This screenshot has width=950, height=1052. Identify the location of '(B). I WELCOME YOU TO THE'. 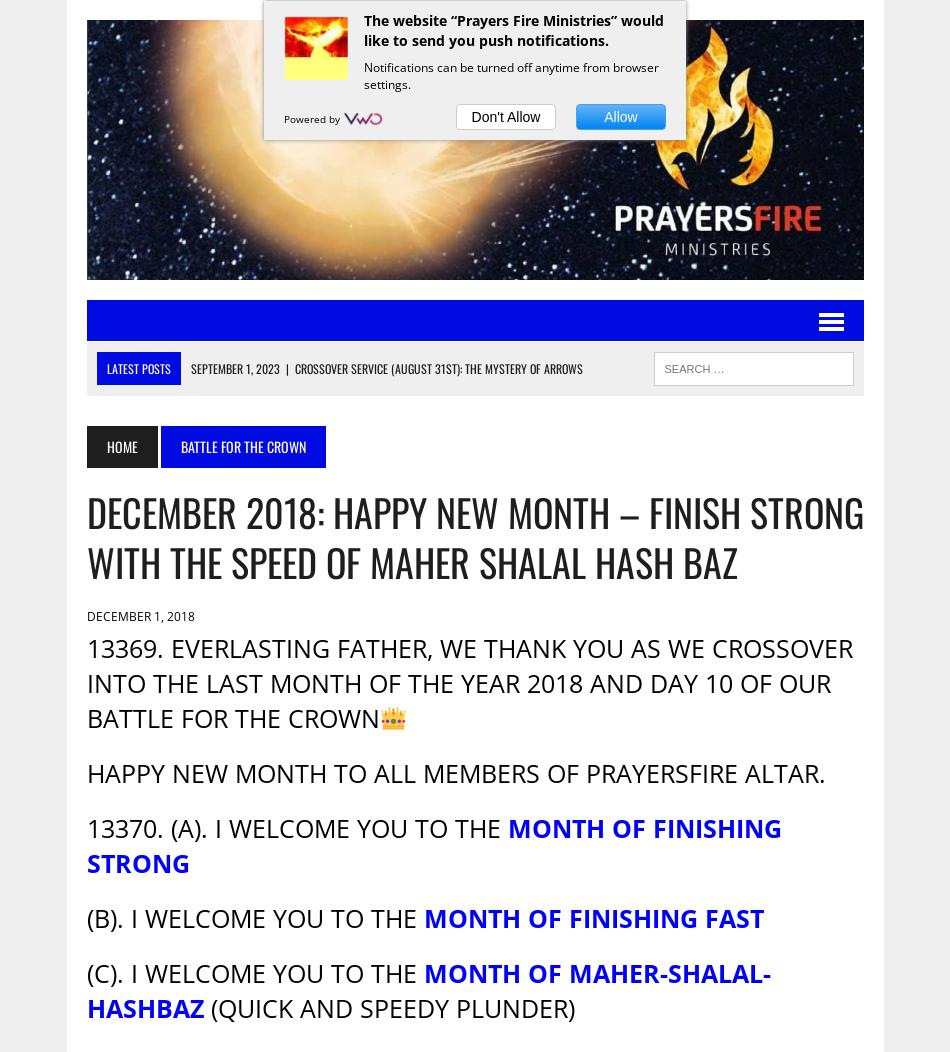
(253, 917).